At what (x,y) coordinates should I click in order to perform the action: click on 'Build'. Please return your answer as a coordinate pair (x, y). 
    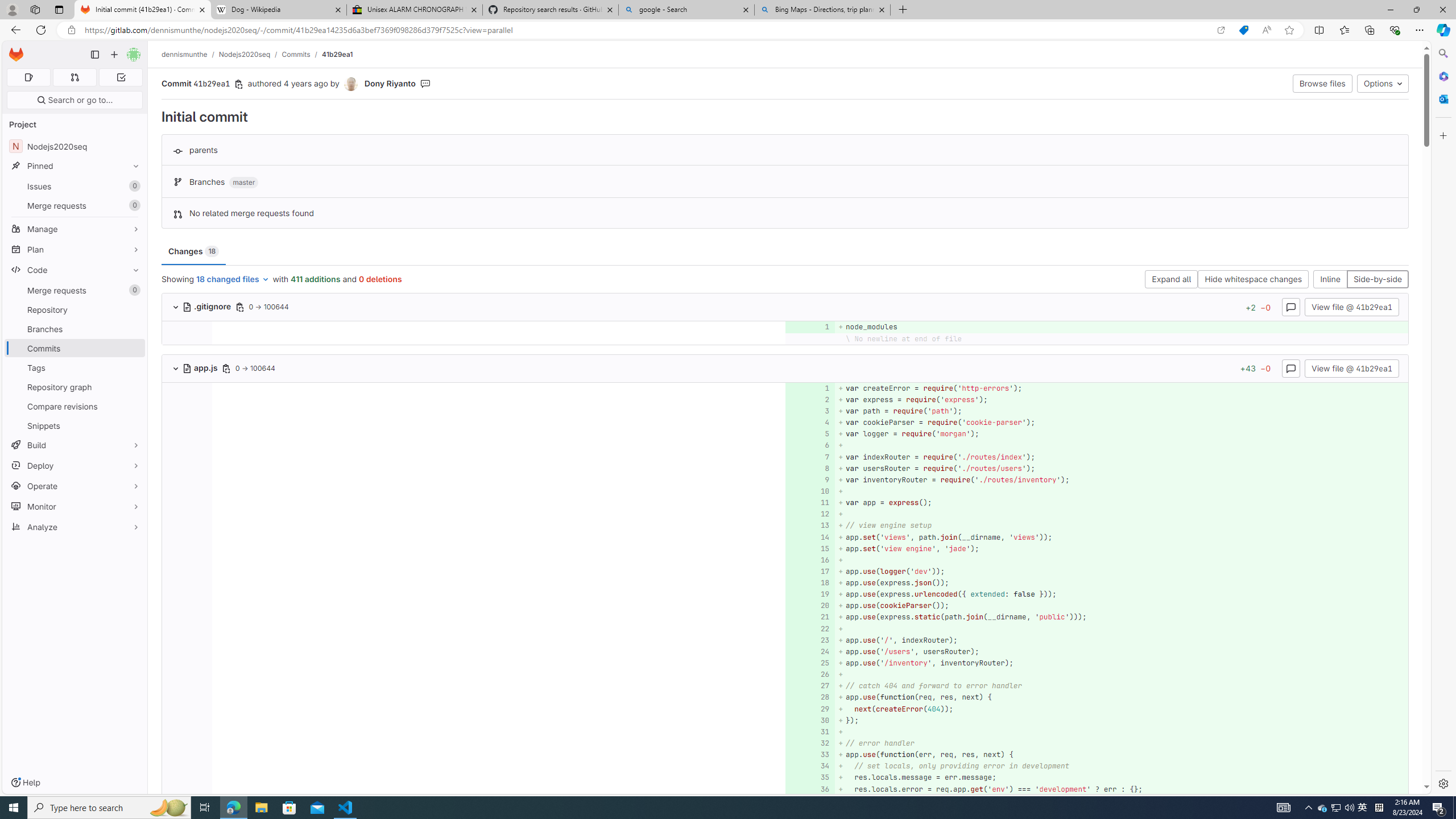
    Looking at the image, I should click on (74, 444).